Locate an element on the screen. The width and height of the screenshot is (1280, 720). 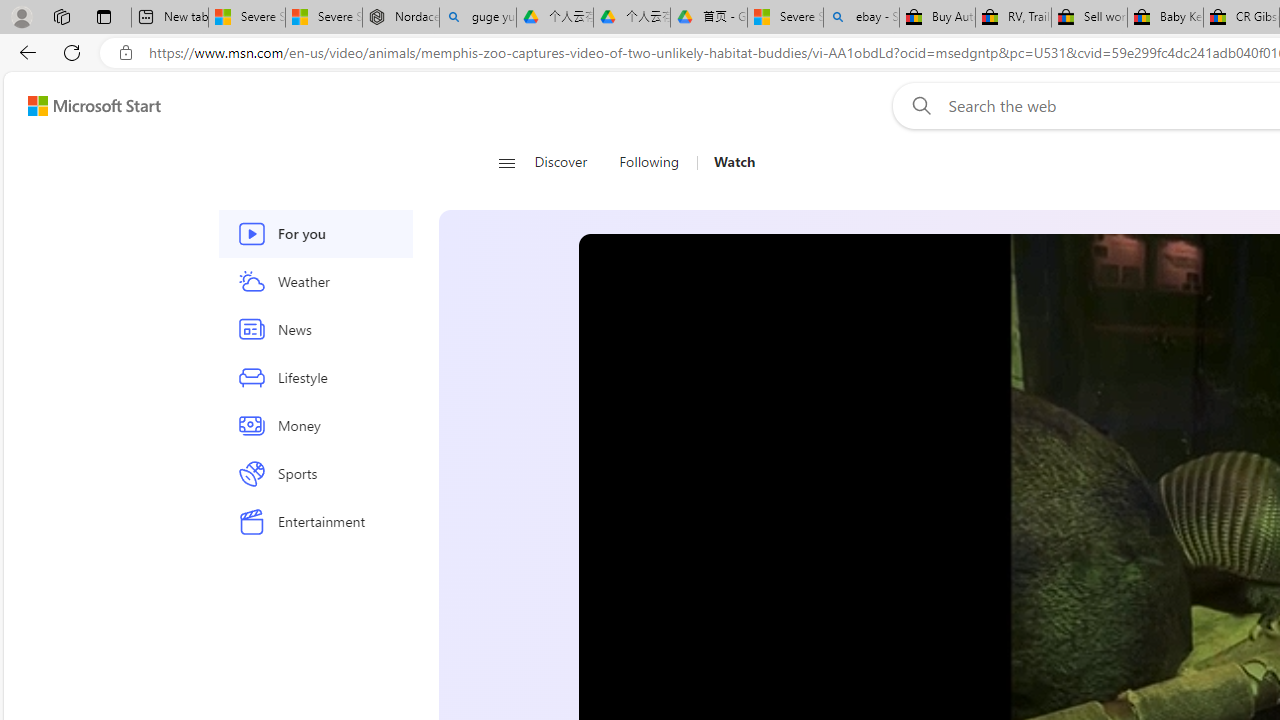
'RV, Trailer & Camper Steps & Ladders for sale | eBay' is located at coordinates (1013, 17).